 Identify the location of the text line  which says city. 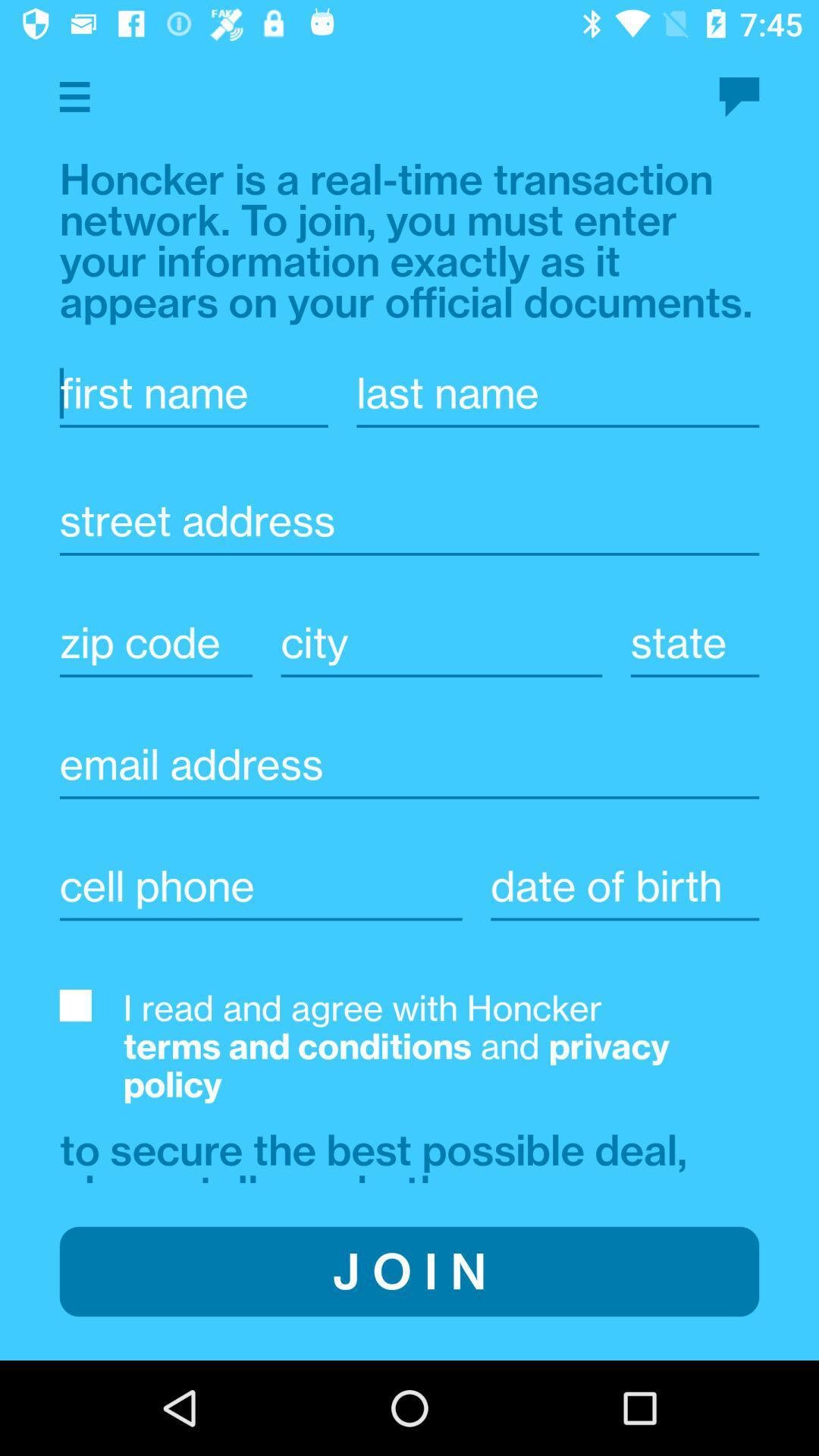
(441, 668).